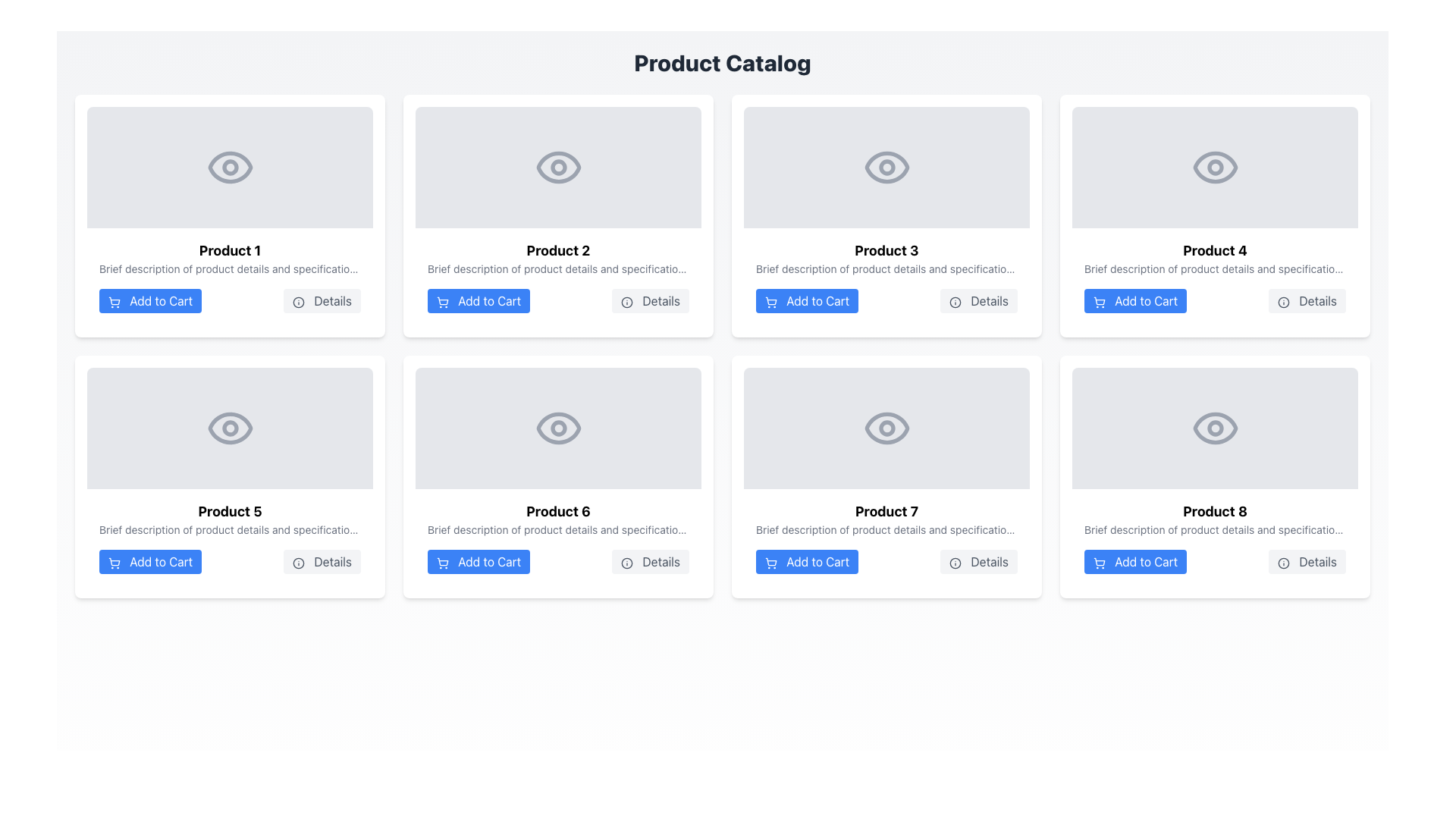 This screenshot has width=1456, height=819. I want to click on the circular pupil element within the eye icon of Product 2 in the Product Catalog section, so click(557, 167).